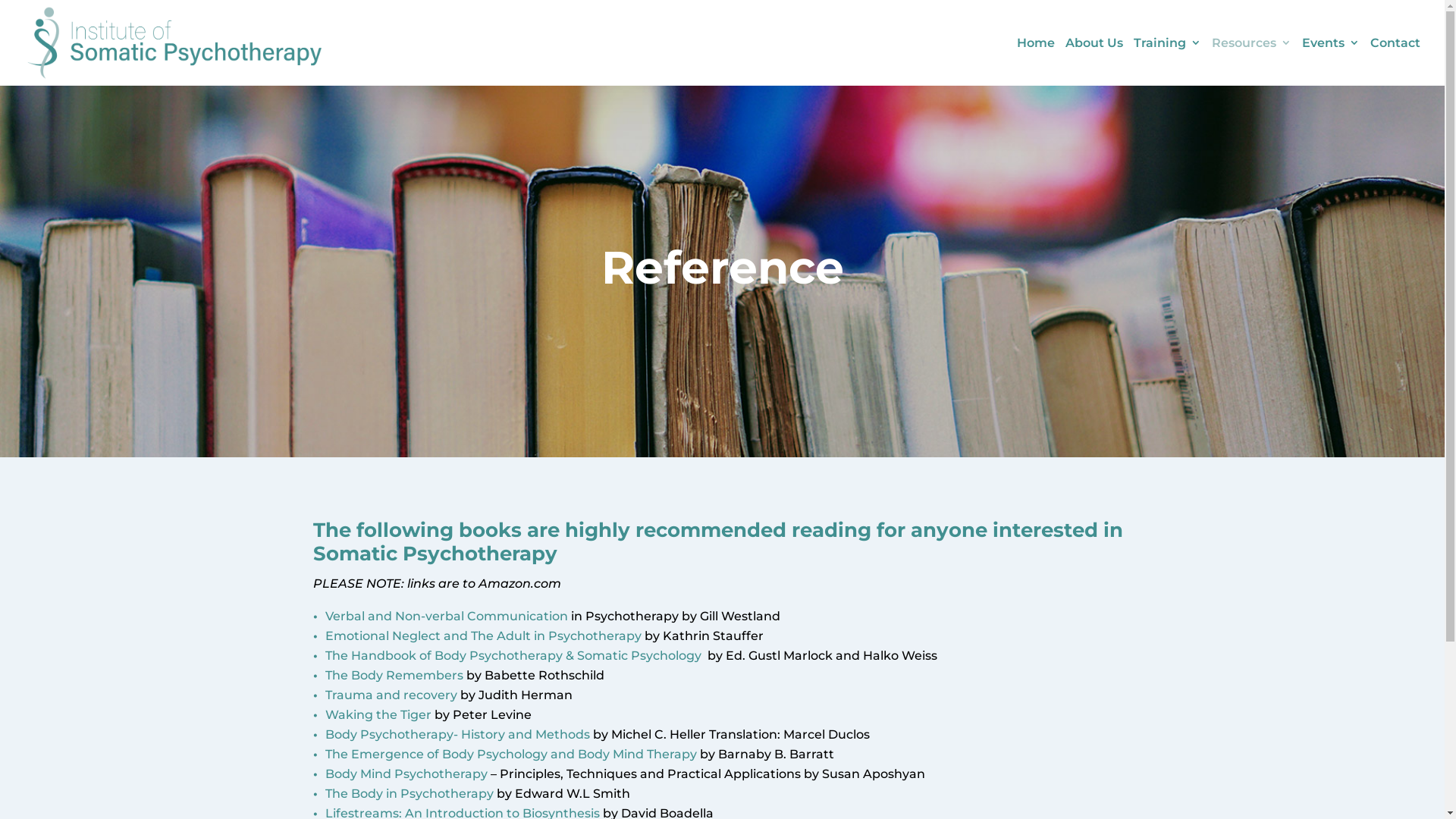  What do you see at coordinates (513, 654) in the screenshot?
I see `'The Handbook of Body Psychotherapy & Somatic Psychology'` at bounding box center [513, 654].